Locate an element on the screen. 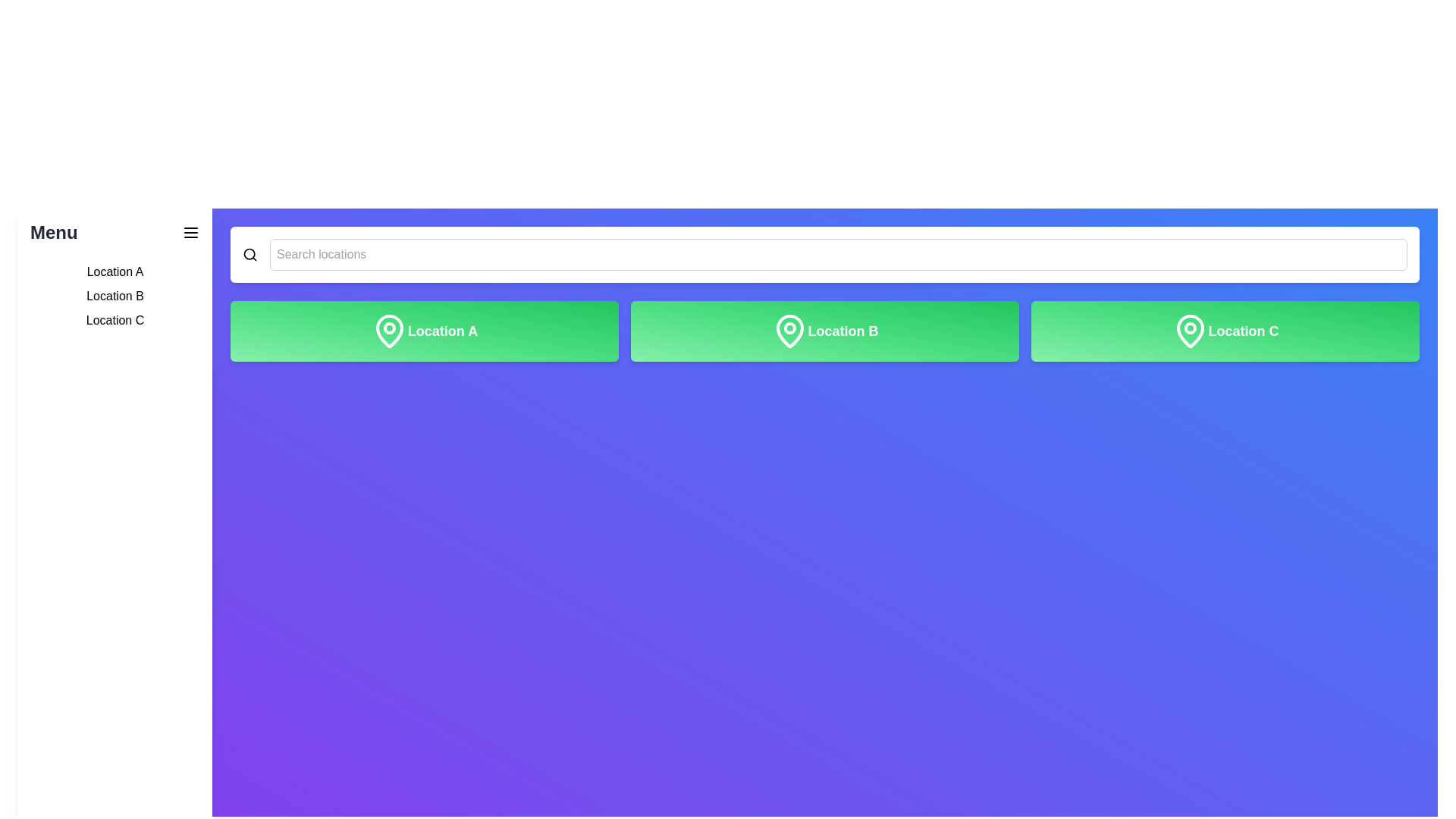  the central circle of the location pin icon associated with 'Location B', which is positioned in the middle of the three available location options is located at coordinates (789, 327).